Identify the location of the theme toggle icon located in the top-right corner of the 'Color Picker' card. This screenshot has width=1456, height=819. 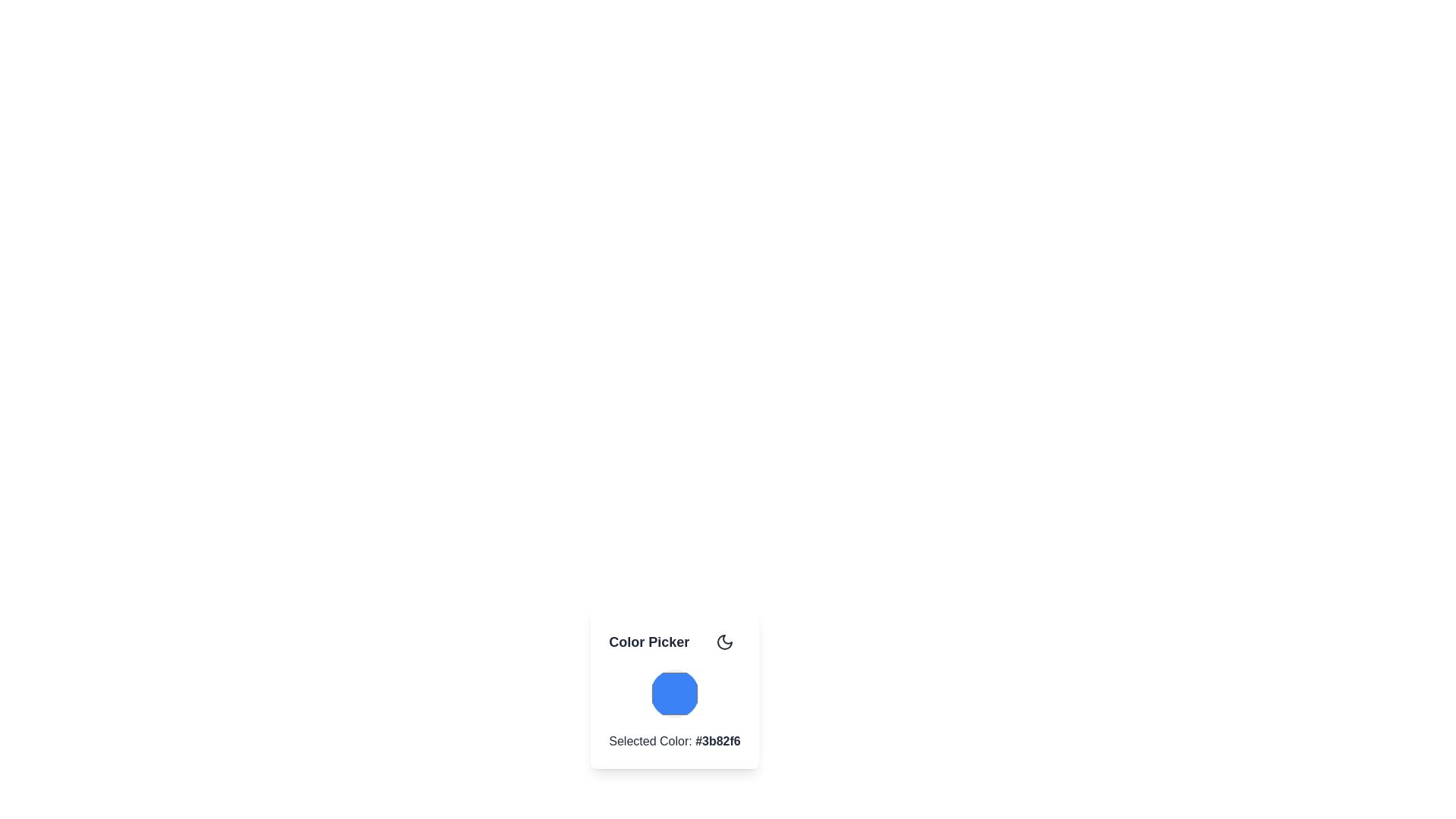
(724, 642).